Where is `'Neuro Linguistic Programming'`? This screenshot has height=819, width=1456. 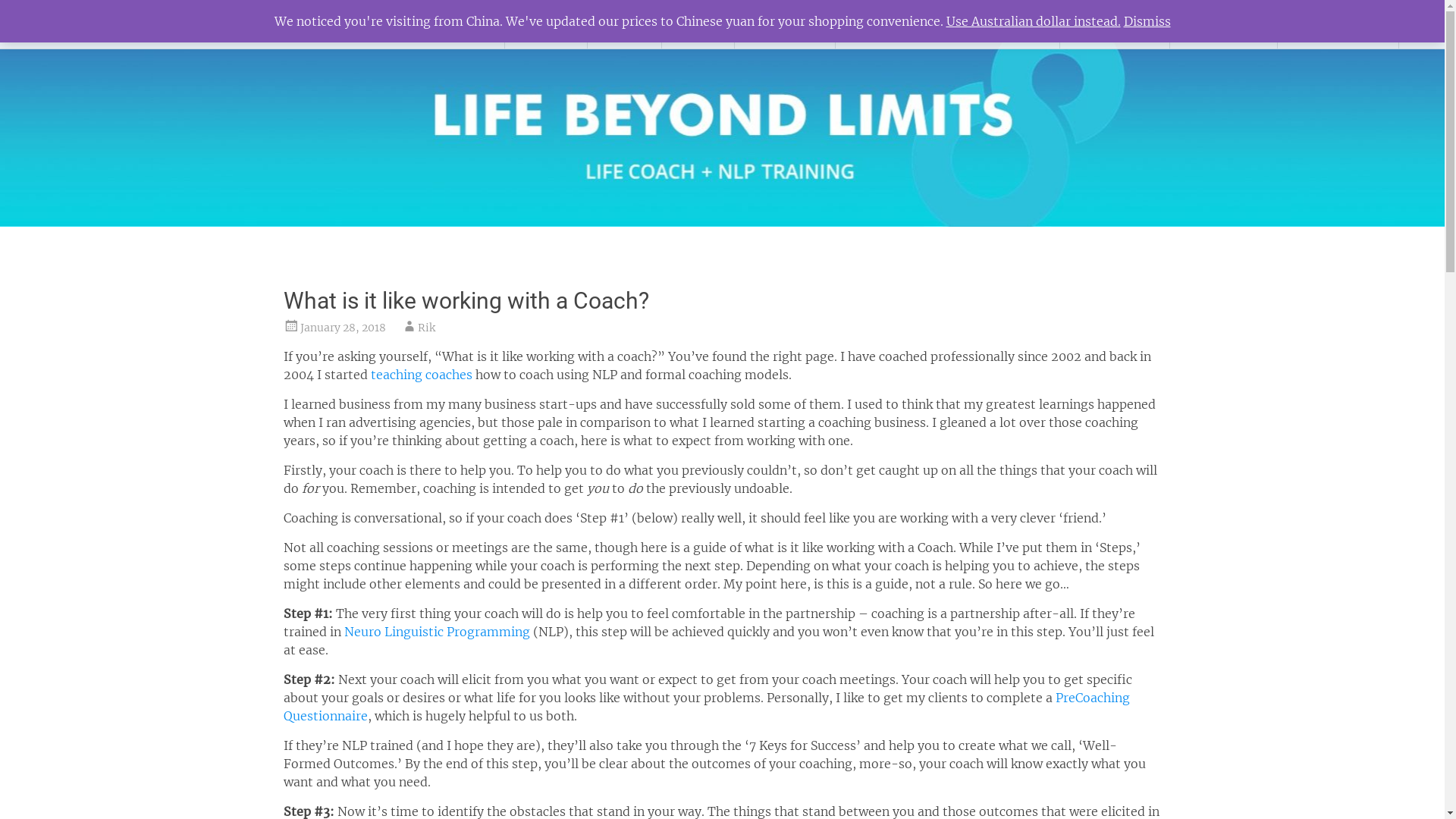
'Neuro Linguistic Programming' is located at coordinates (436, 632).